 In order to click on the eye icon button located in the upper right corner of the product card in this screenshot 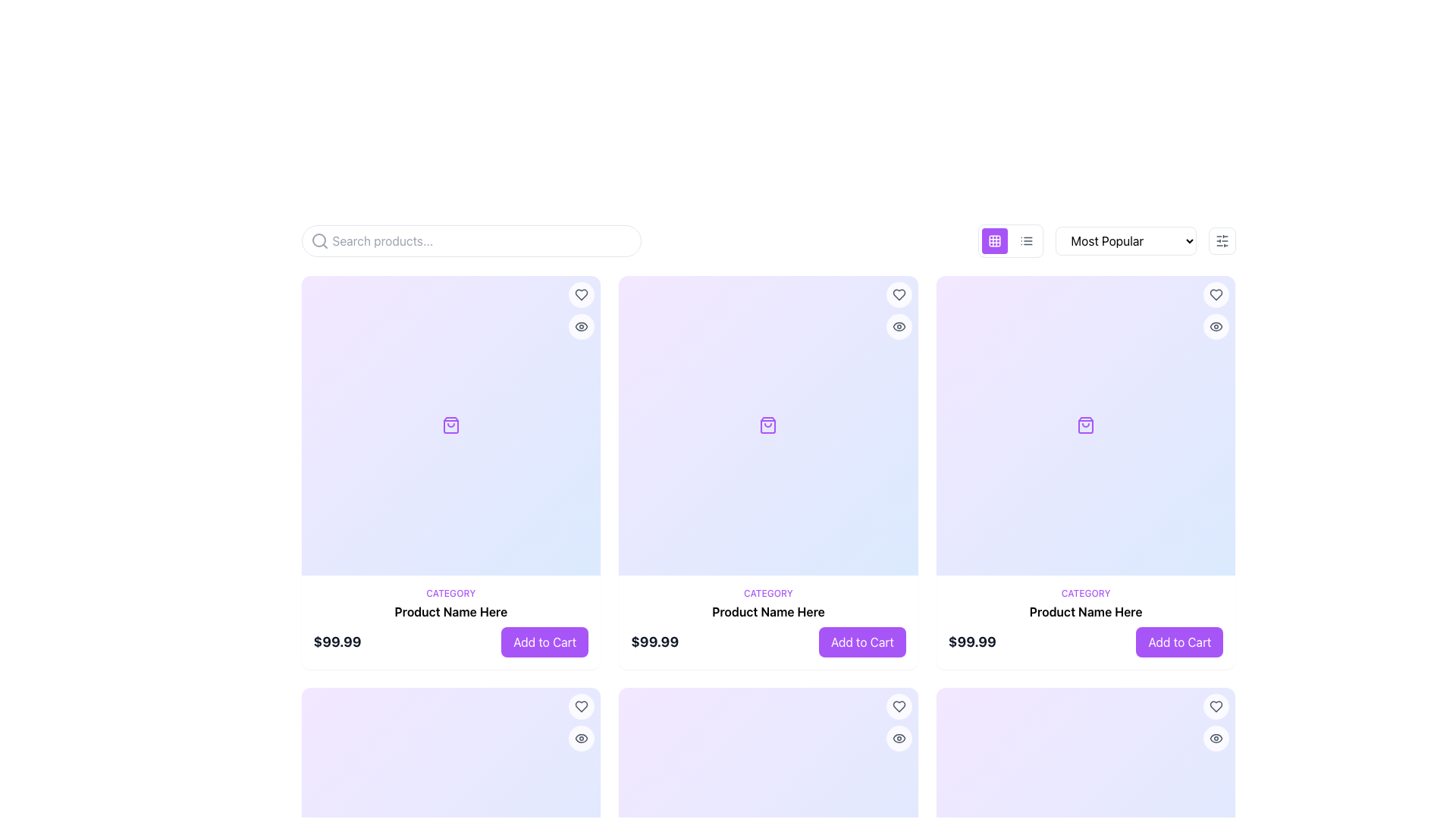, I will do `click(581, 326)`.